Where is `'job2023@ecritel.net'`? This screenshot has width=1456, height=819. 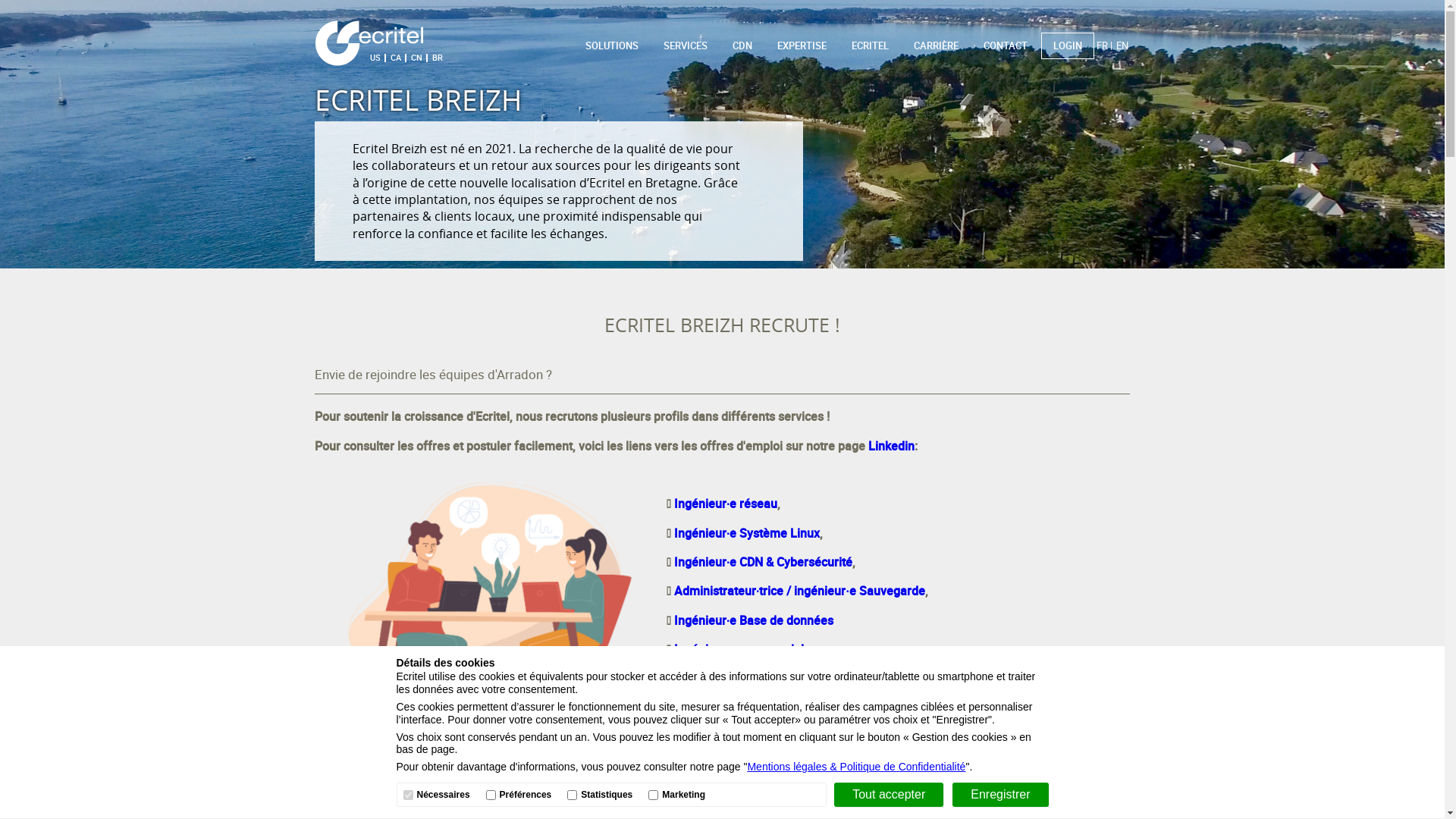
'job2023@ecritel.net' is located at coordinates (796, 782).